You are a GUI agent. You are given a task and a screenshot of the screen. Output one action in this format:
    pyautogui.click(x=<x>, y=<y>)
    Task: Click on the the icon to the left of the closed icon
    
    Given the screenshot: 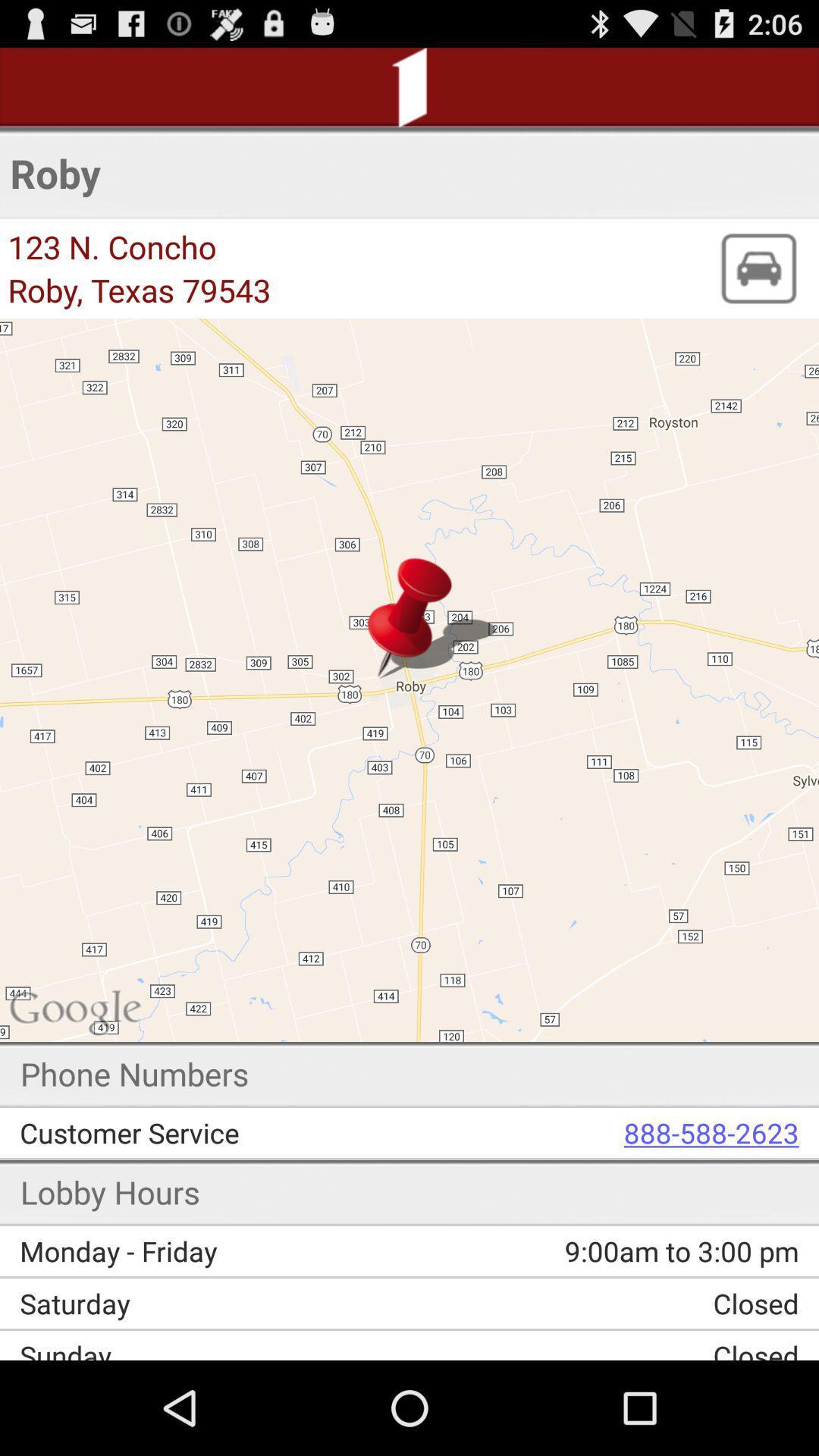 What is the action you would take?
    pyautogui.click(x=220, y=1302)
    